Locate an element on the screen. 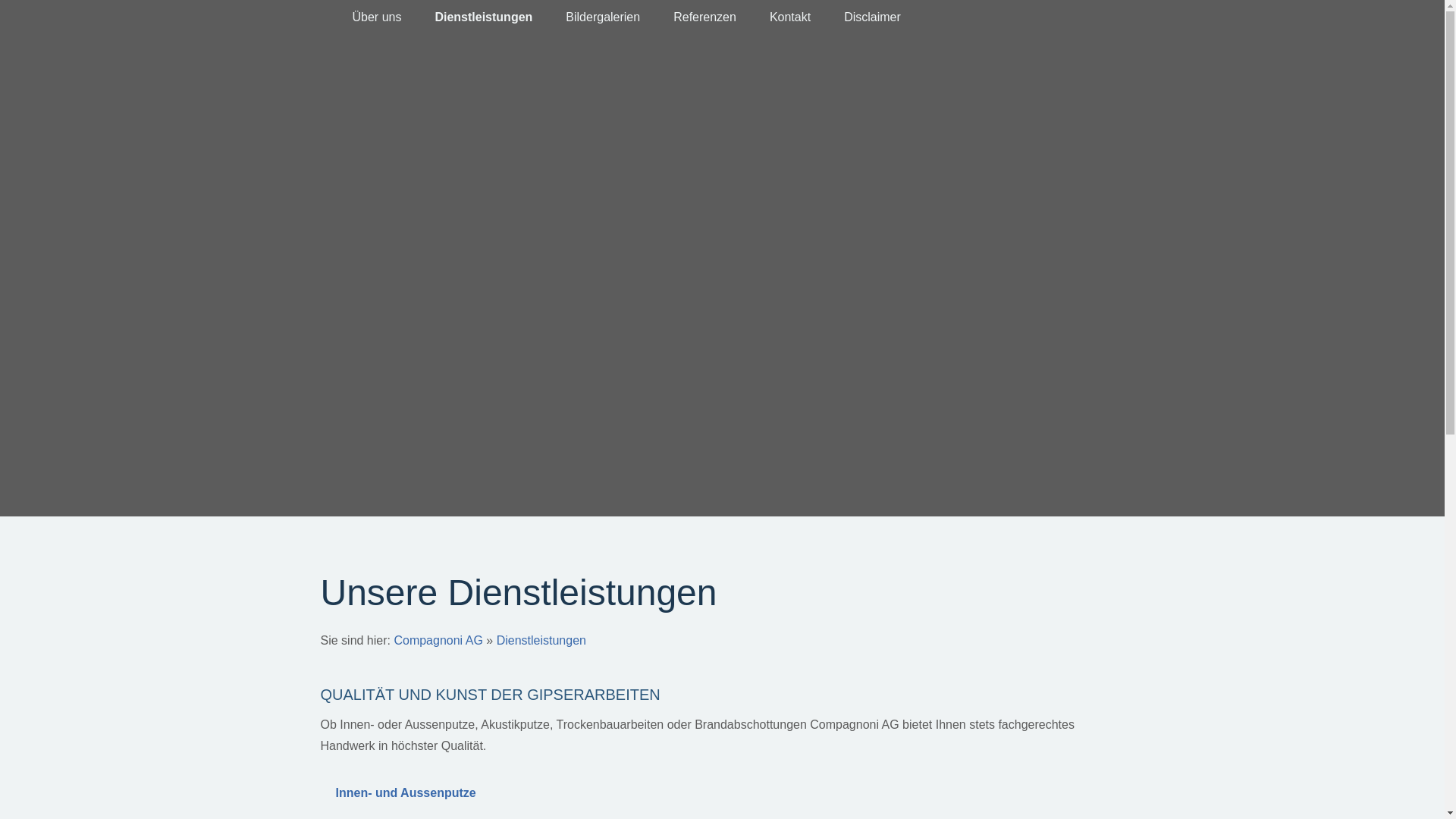 This screenshot has width=1456, height=819. 'Disclaimer' is located at coordinates (872, 17).